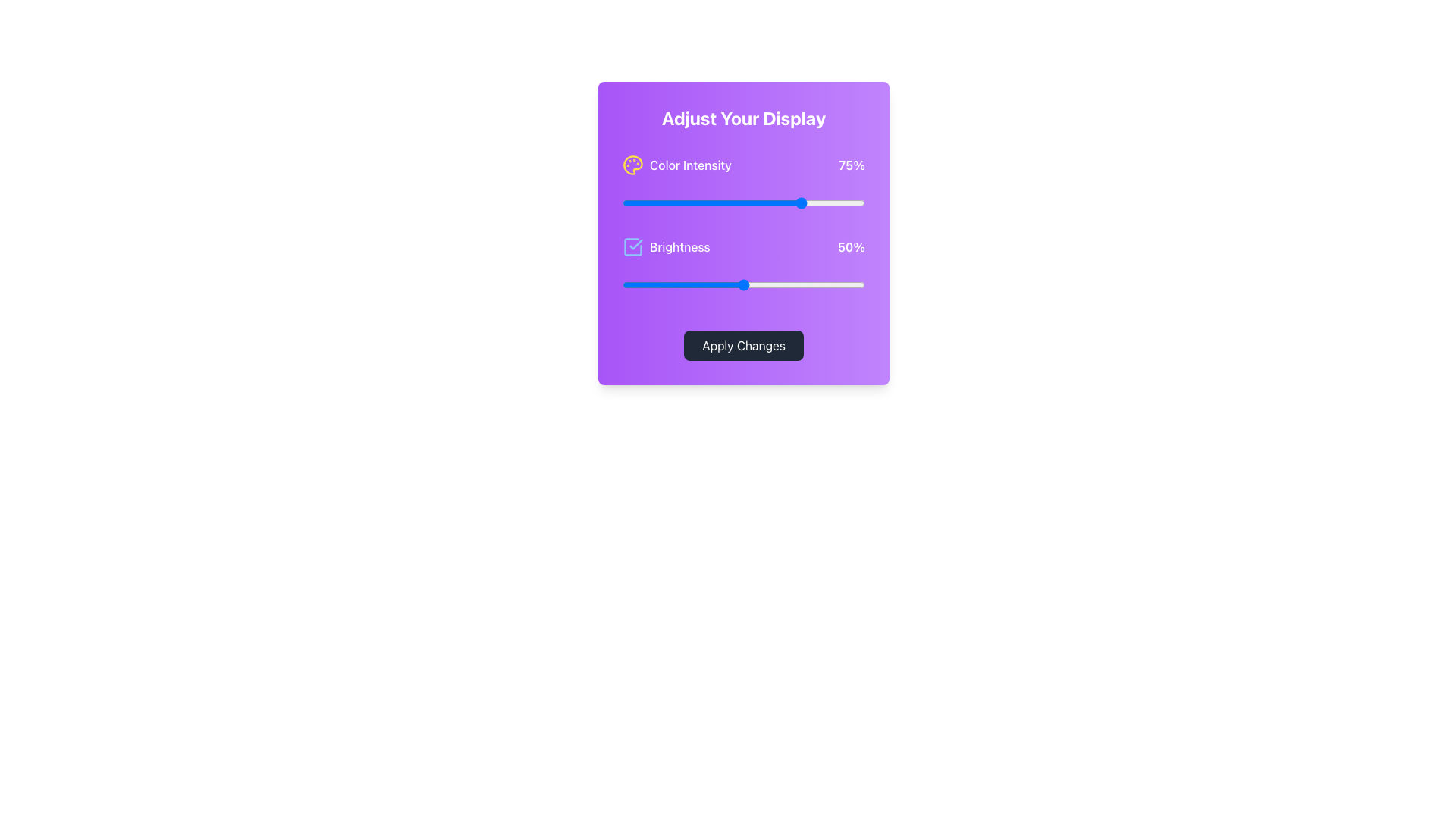 Image resolution: width=1456 pixels, height=819 pixels. What do you see at coordinates (743, 117) in the screenshot?
I see `the title text element located at the top-center of the dialog box` at bounding box center [743, 117].